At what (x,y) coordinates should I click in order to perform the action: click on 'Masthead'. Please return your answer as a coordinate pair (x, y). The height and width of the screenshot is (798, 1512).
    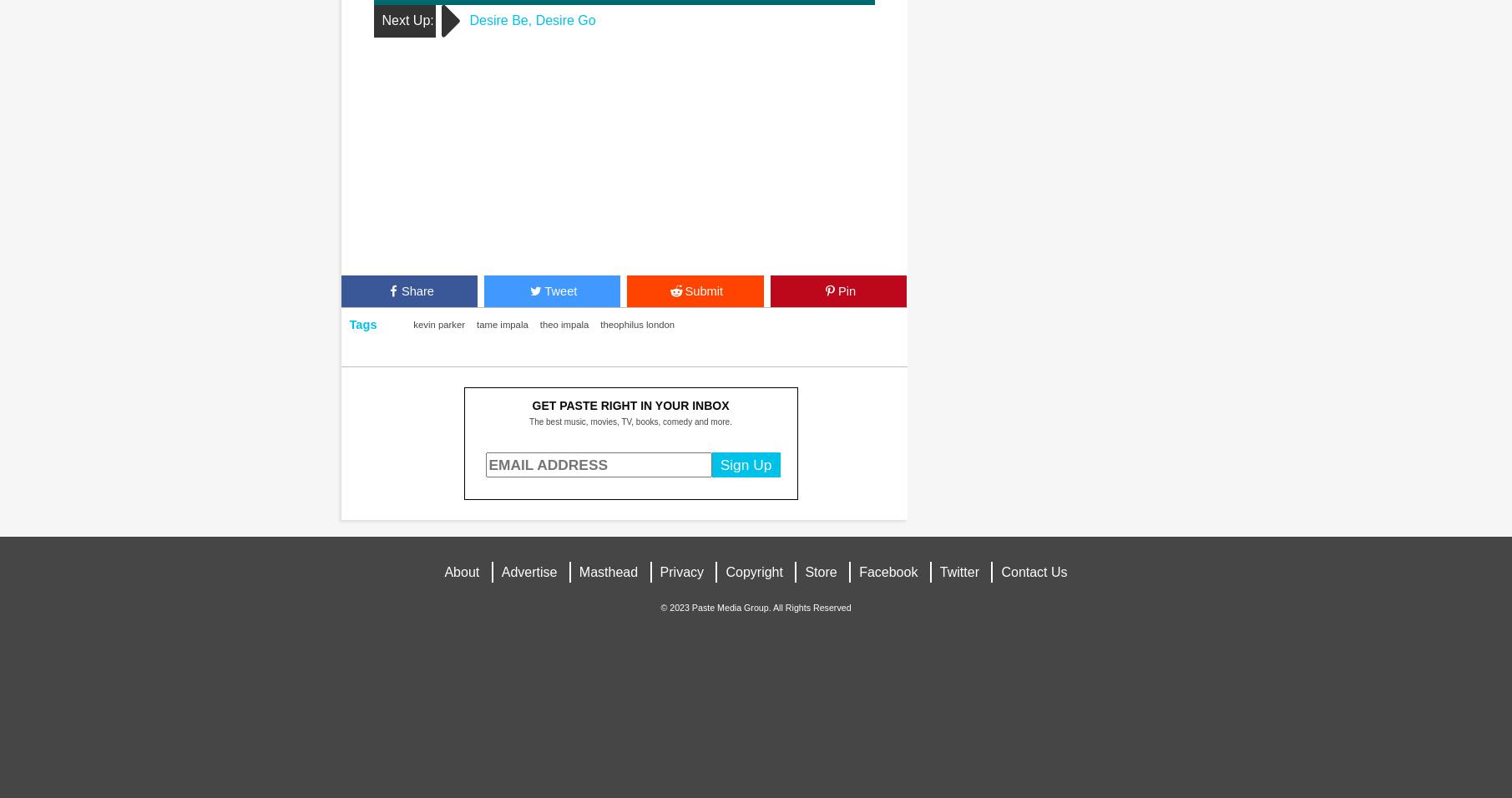
    Looking at the image, I should click on (607, 571).